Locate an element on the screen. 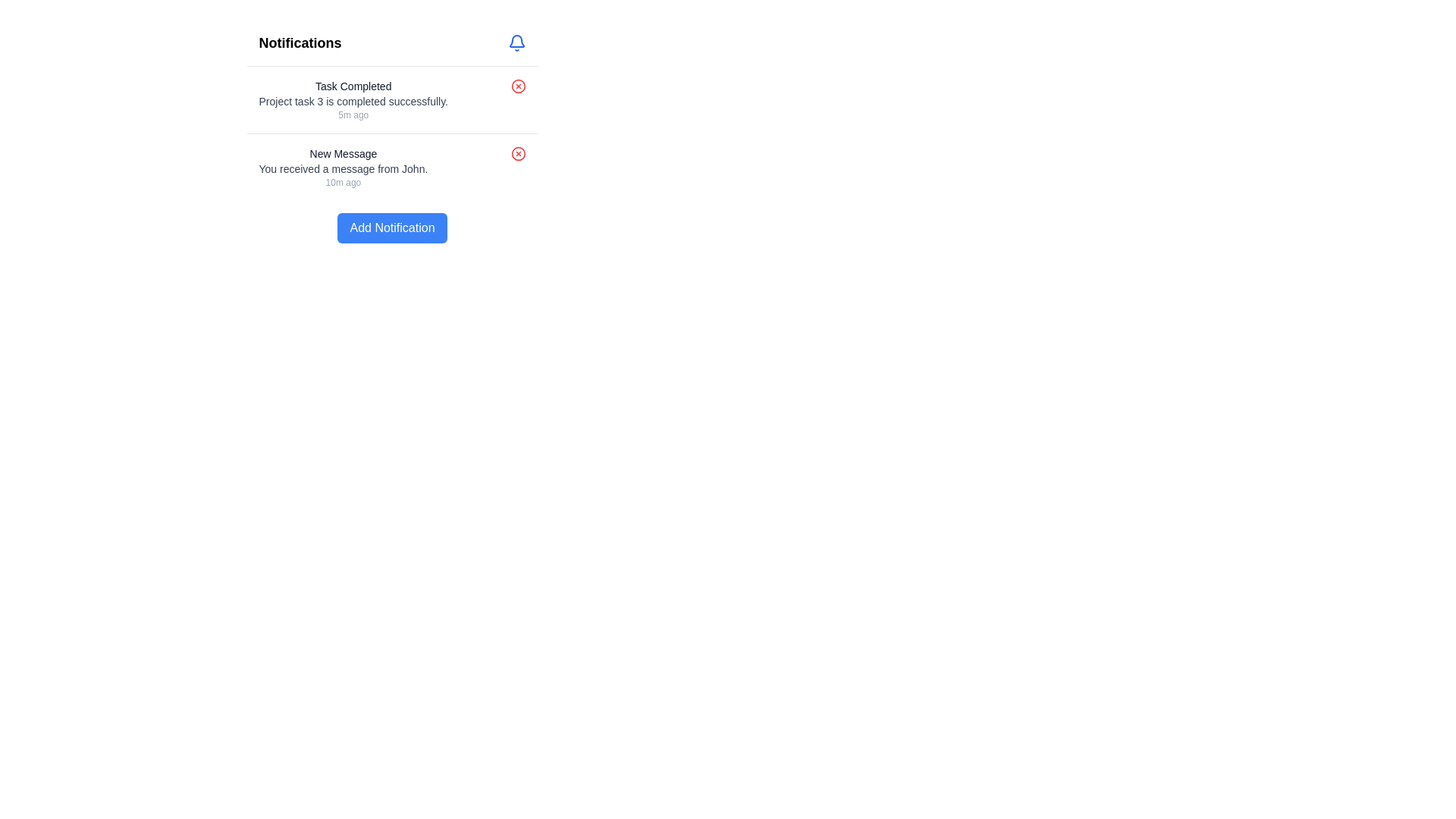 The image size is (1456, 819). bold text label saying 'Notifications' located at the upper-left corner of its section is located at coordinates (300, 42).